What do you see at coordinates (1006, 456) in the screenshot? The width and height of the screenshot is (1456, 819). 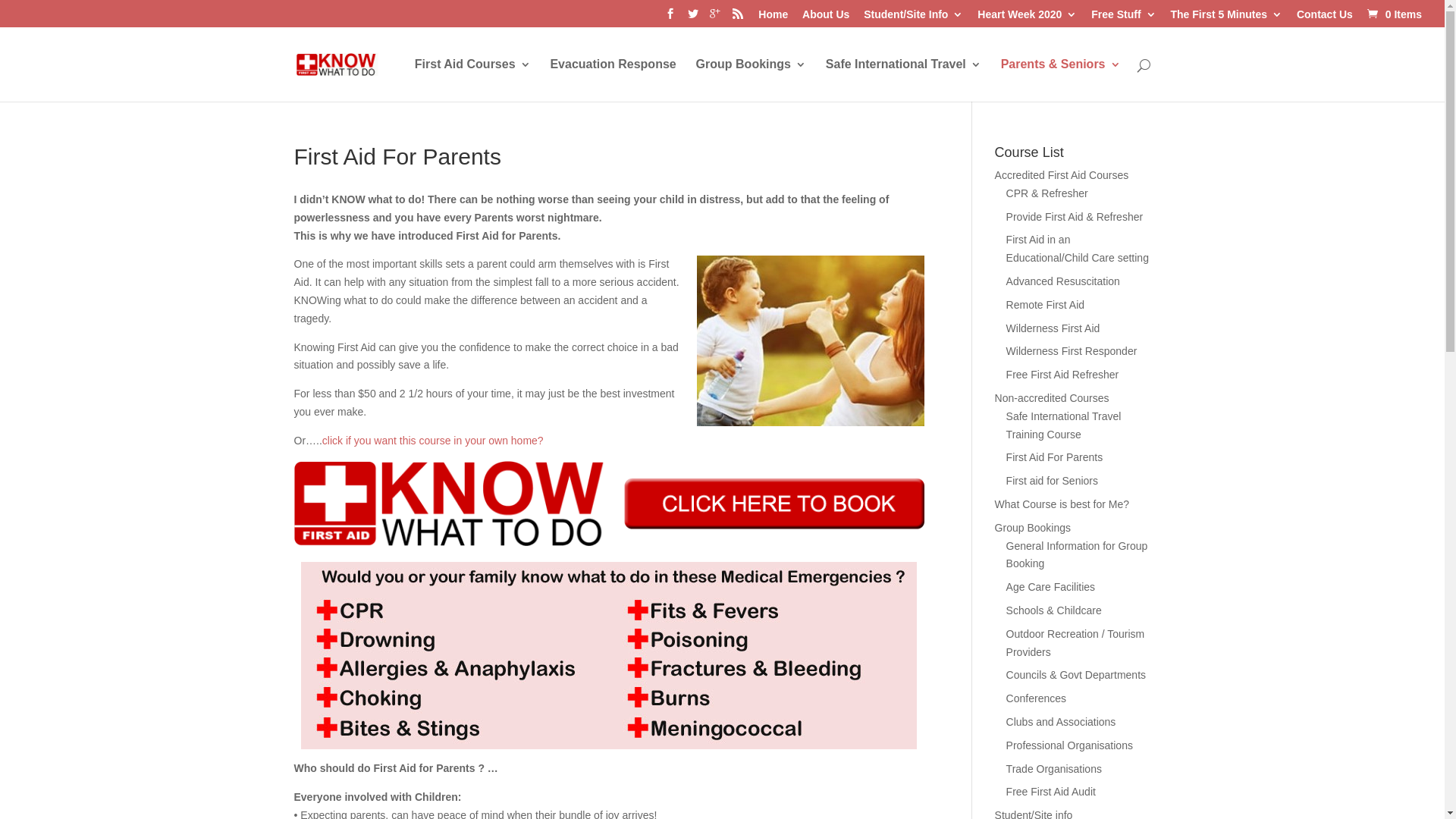 I see `'First Aid For Parents'` at bounding box center [1006, 456].